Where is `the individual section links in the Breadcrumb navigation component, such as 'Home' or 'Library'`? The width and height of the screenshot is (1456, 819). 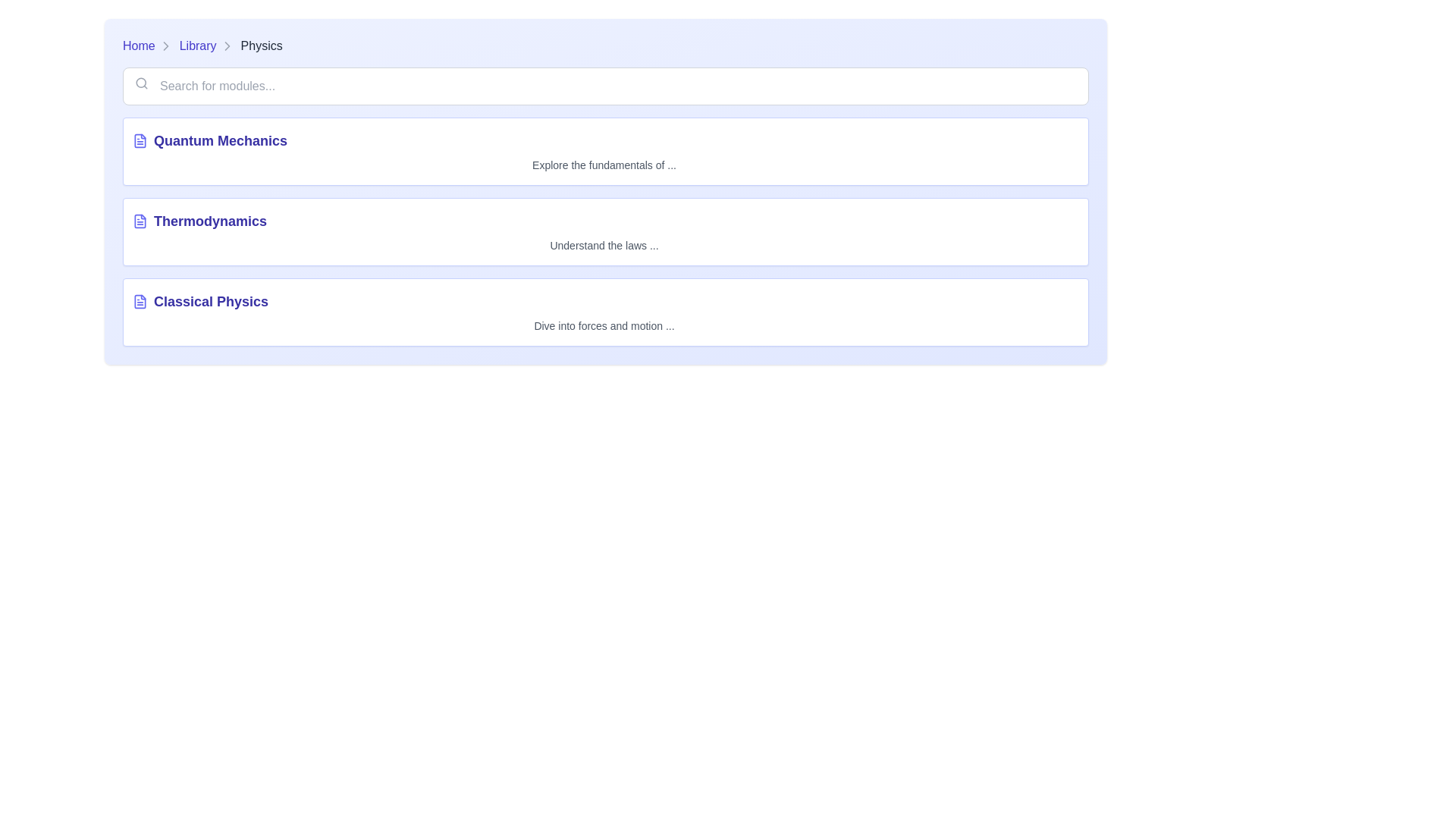 the individual section links in the Breadcrumb navigation component, such as 'Home' or 'Library' is located at coordinates (604, 45).